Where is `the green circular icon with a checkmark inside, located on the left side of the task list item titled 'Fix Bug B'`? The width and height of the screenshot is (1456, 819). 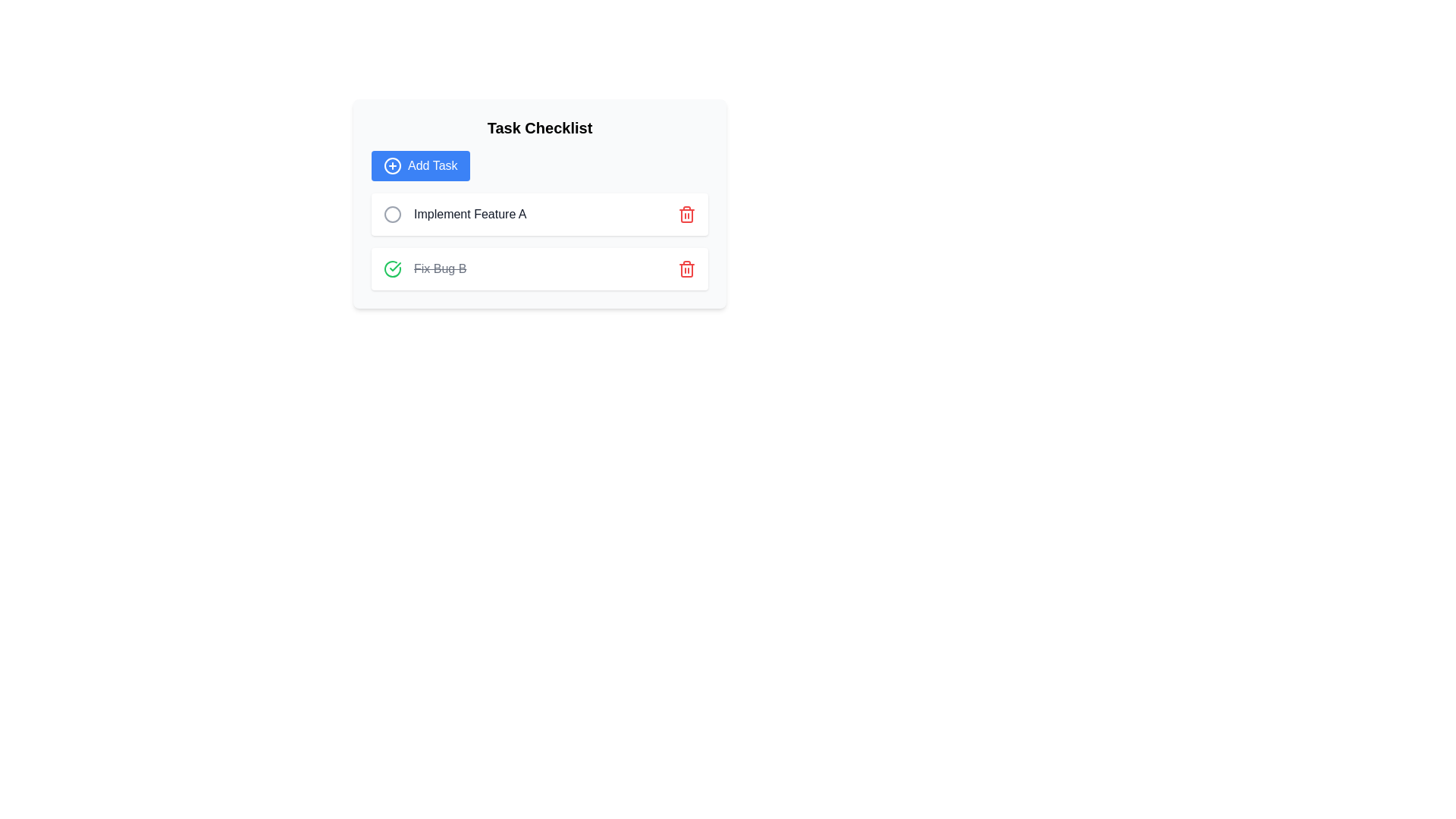 the green circular icon with a checkmark inside, located on the left side of the task list item titled 'Fix Bug B' is located at coordinates (393, 268).